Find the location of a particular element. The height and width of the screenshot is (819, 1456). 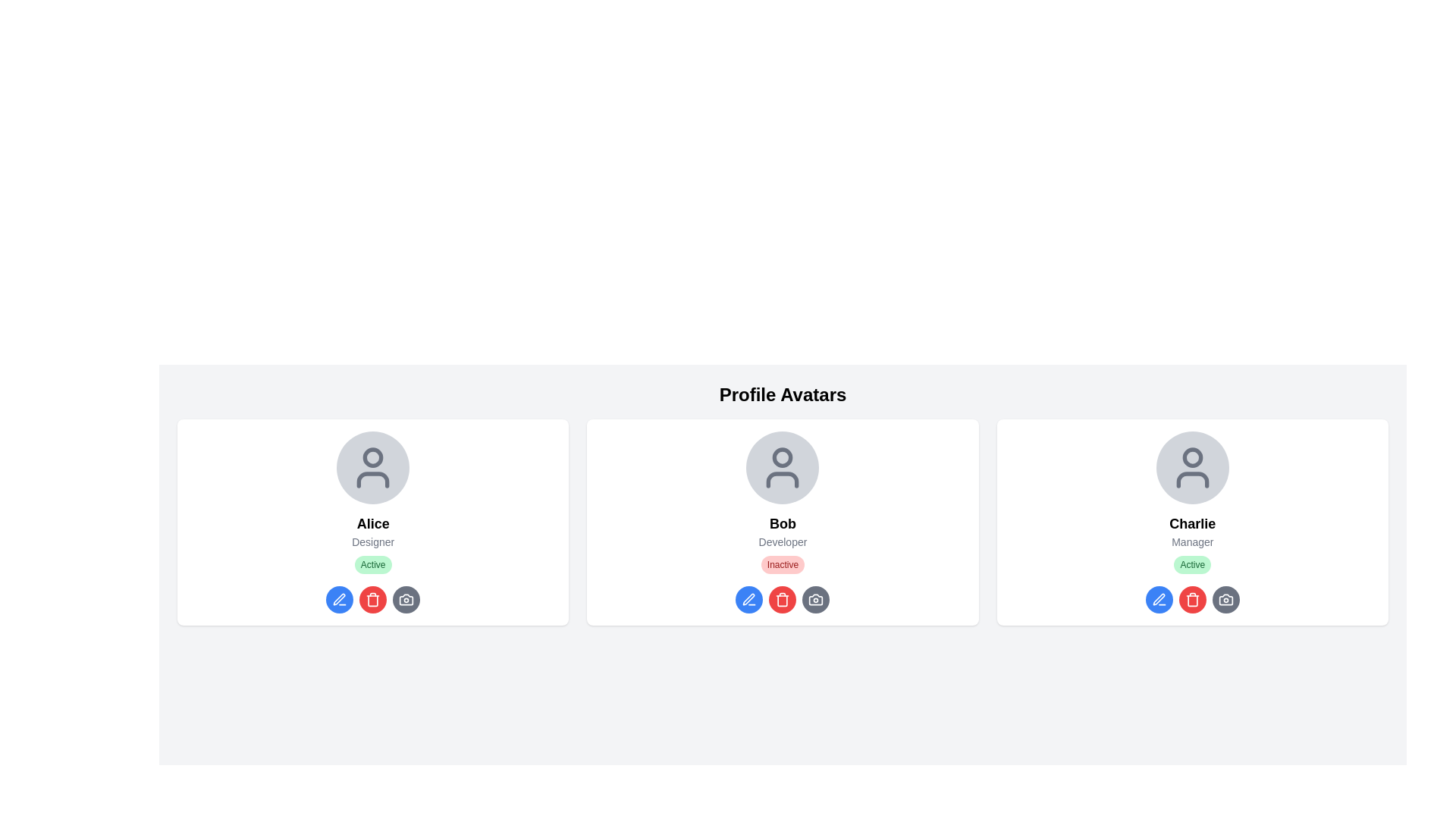

the bold, large-size text label 'Alice' in the profile card is located at coordinates (373, 522).